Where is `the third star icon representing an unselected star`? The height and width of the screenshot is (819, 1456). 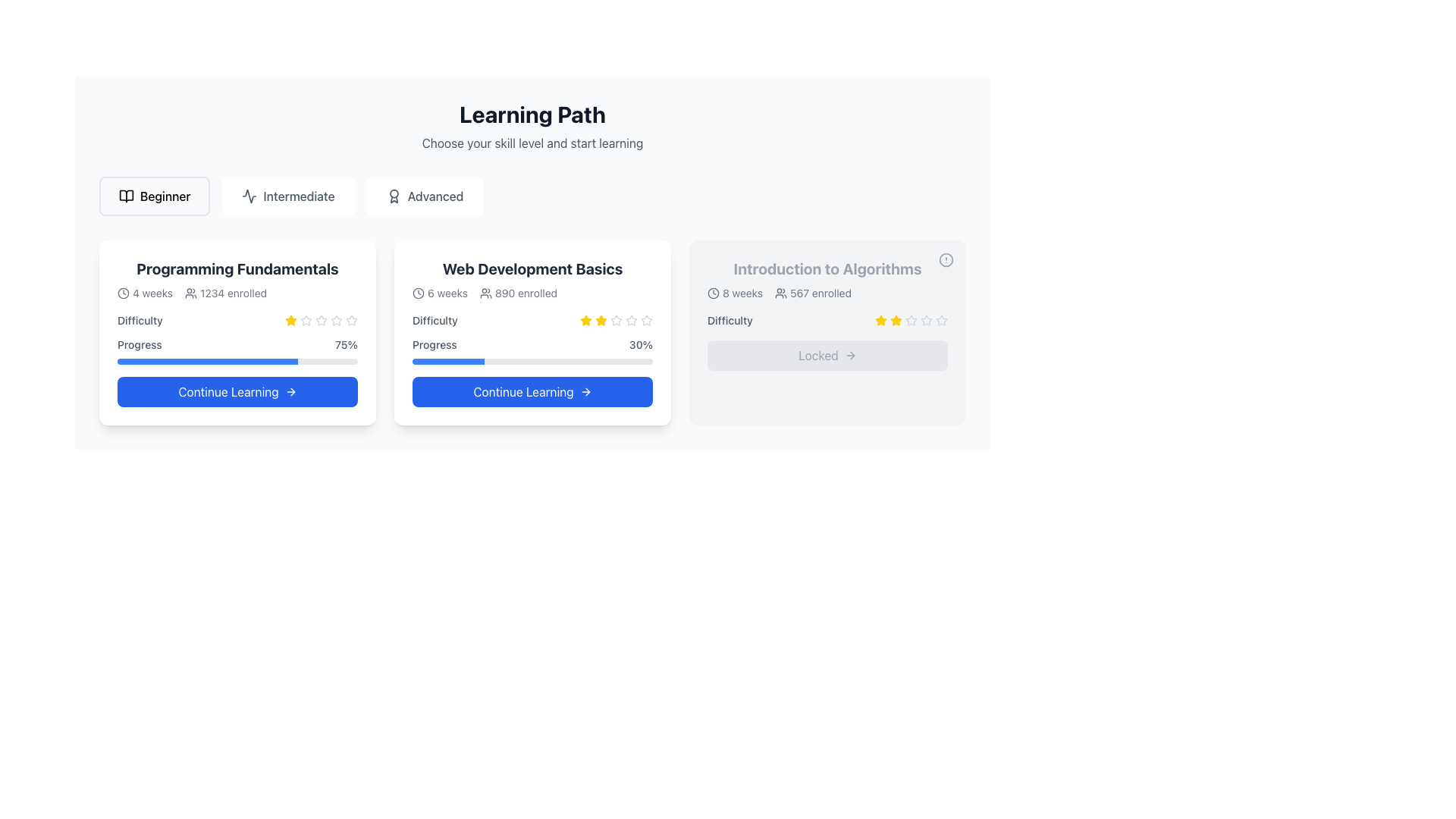
the third star icon representing an unselected star is located at coordinates (305, 320).